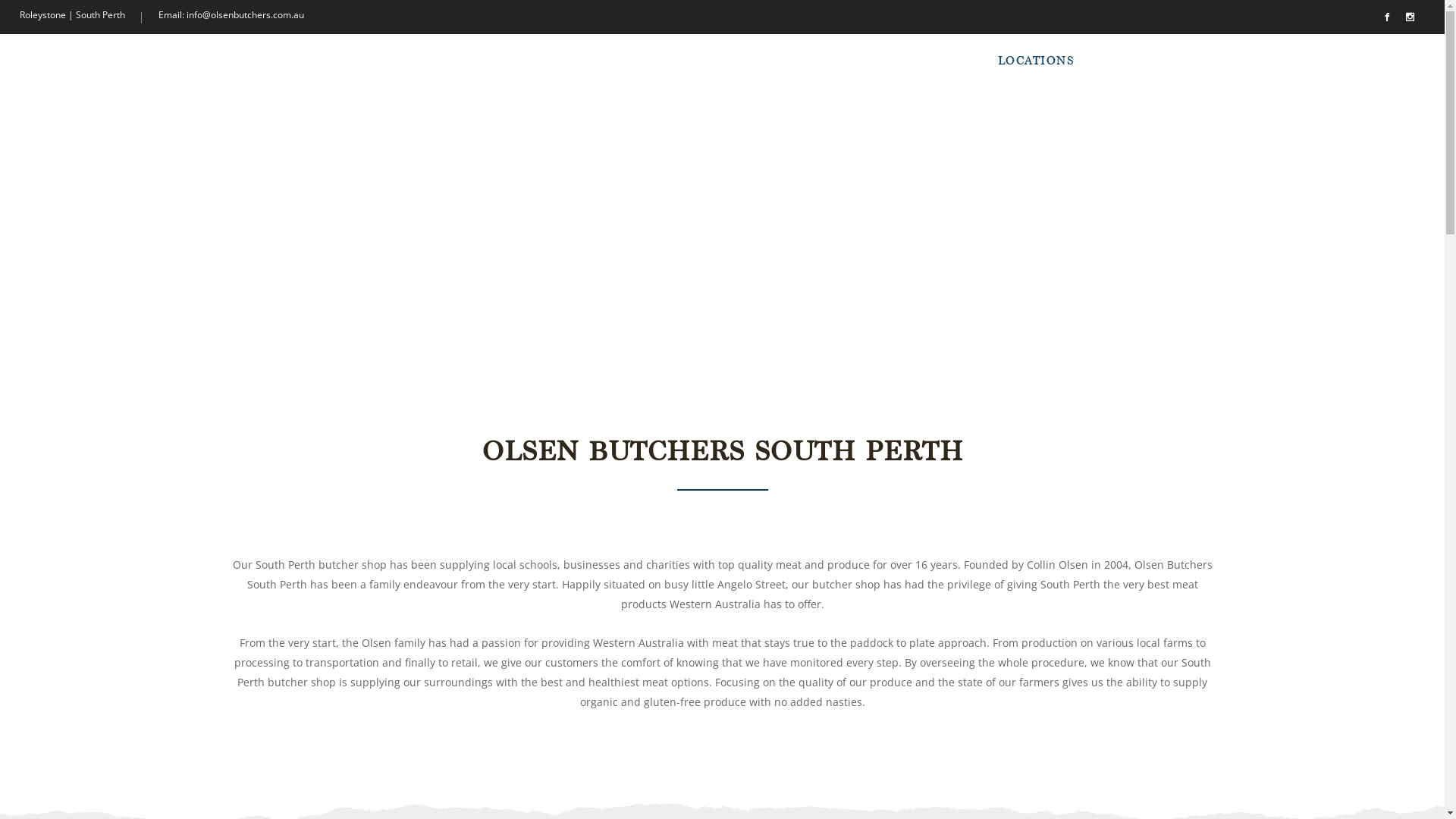  I want to click on 'CAREERS', so click(1175, 59).